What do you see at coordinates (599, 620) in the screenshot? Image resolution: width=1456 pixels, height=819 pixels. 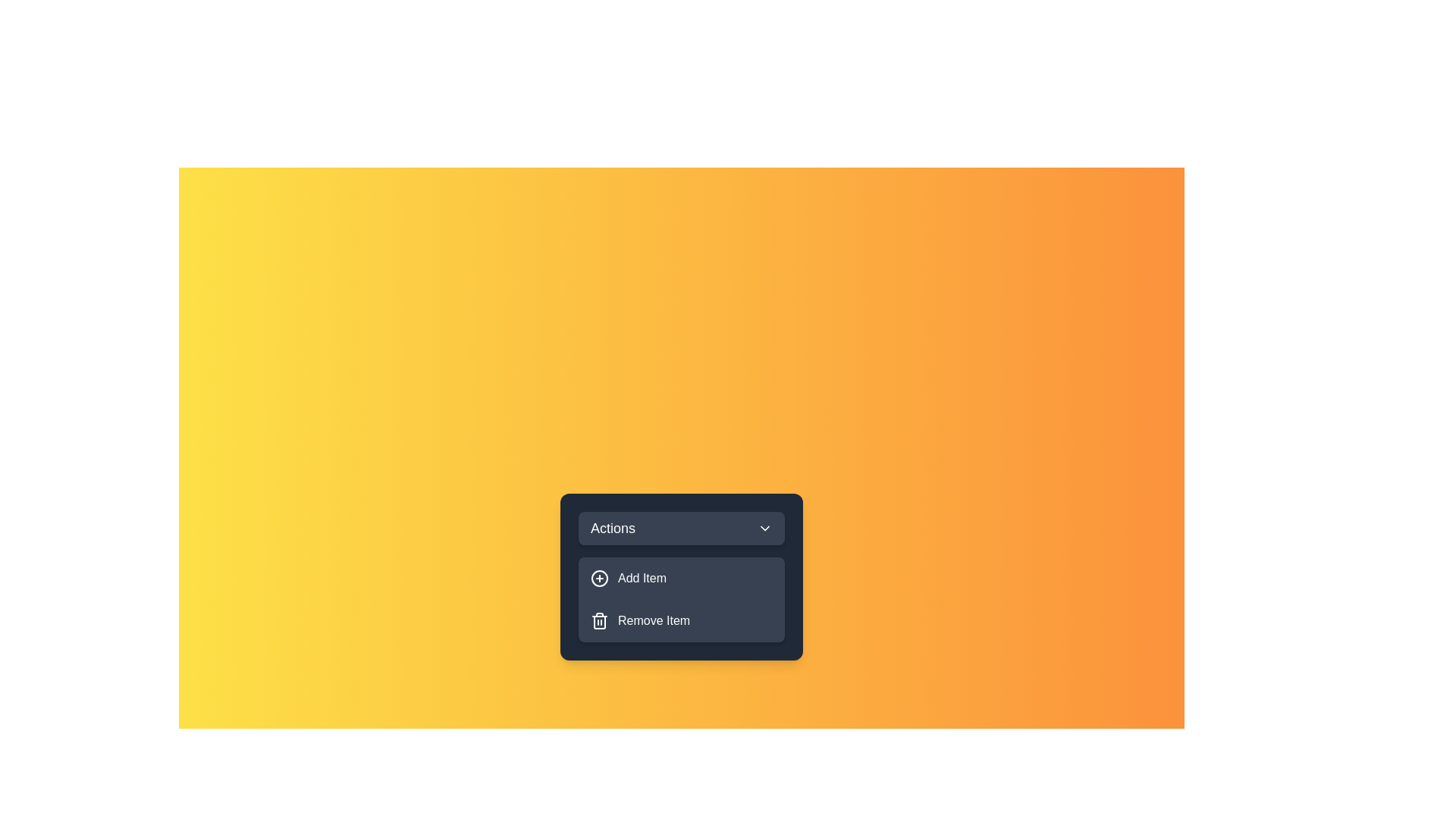 I see `the icon next to the menu item Remove Item` at bounding box center [599, 620].